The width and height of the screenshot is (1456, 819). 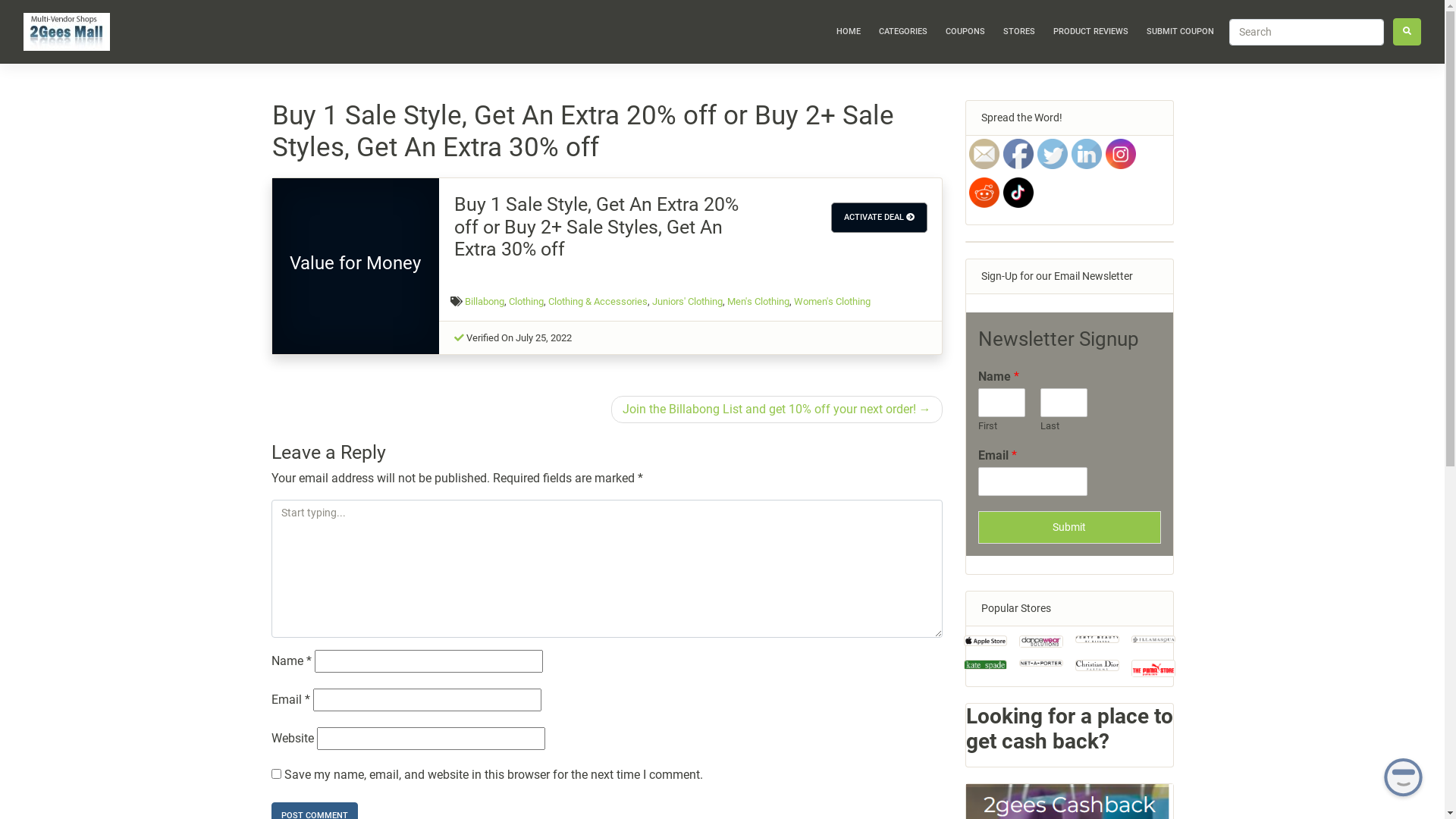 What do you see at coordinates (847, 32) in the screenshot?
I see `'HOME'` at bounding box center [847, 32].